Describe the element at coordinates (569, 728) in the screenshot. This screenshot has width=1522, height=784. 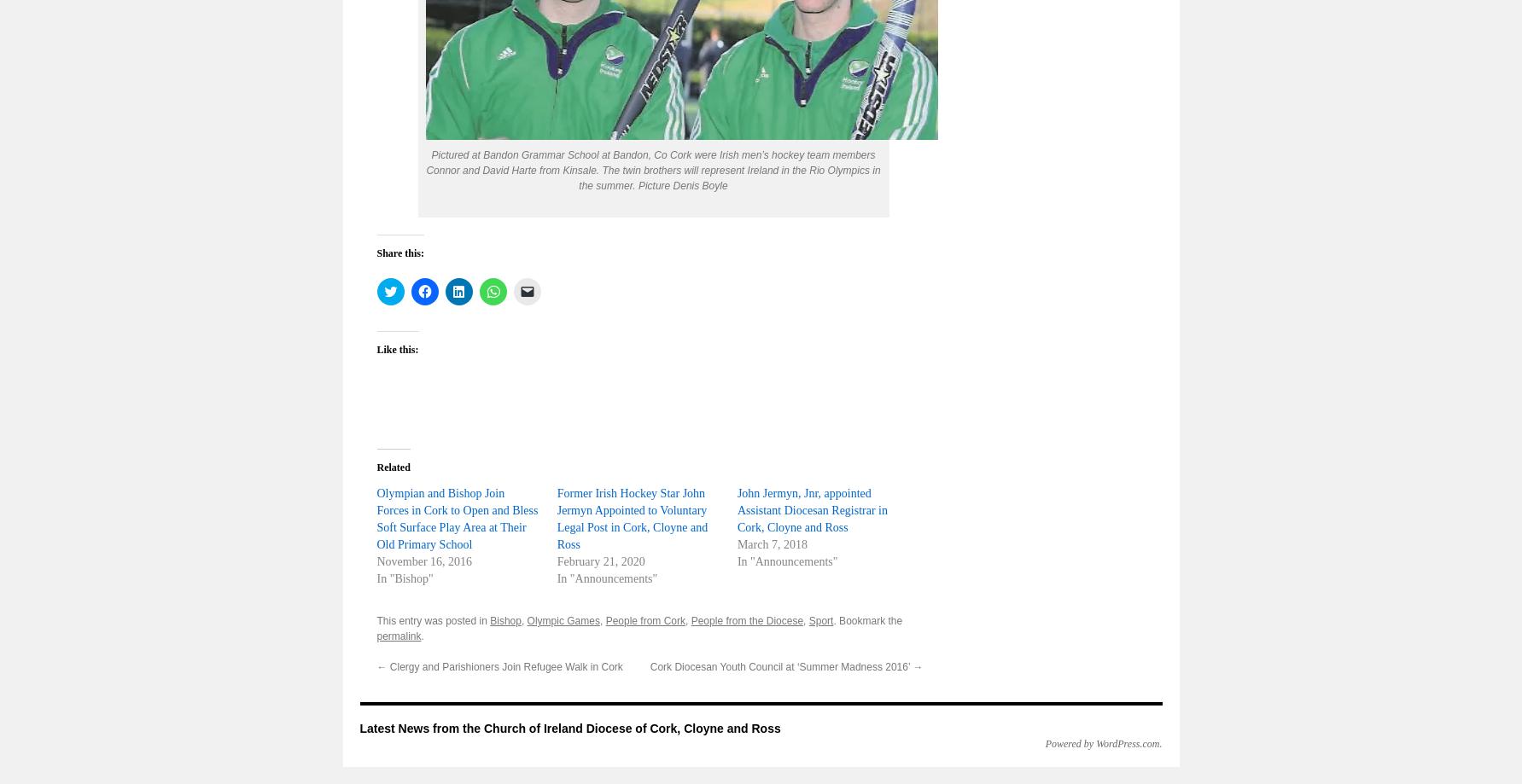
I see `'Latest News from the Church of Ireland Diocese of Cork, Cloyne and Ross'` at that location.